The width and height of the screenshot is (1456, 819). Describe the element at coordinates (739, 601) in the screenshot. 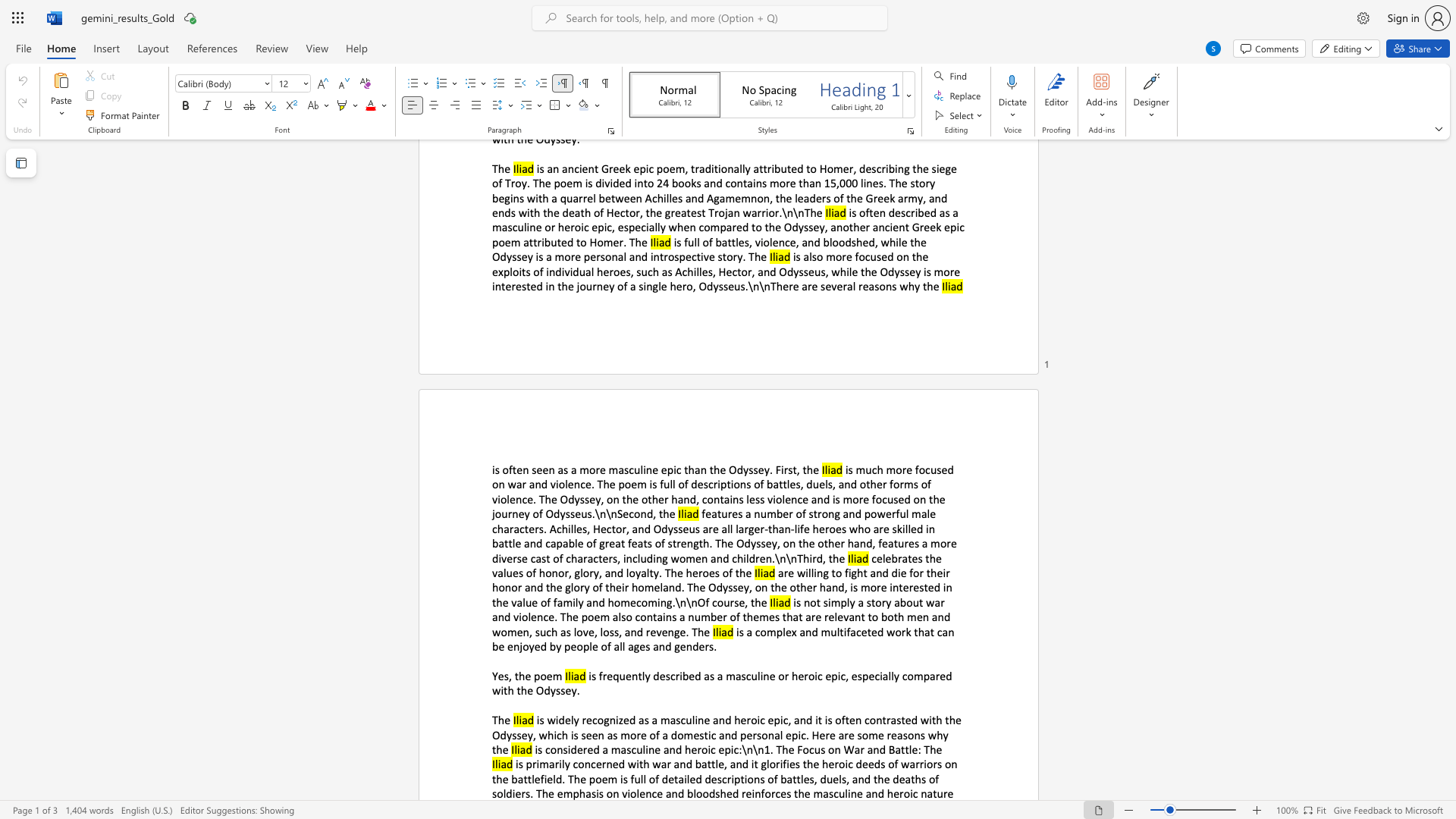

I see `the subset text "e, t" within the text "are willing to fight and die for their honor and the glory of their homeland. The Odyssey, on the other hand, is more interested in the value of family and homecoming.\n\nOf course, the"` at that location.